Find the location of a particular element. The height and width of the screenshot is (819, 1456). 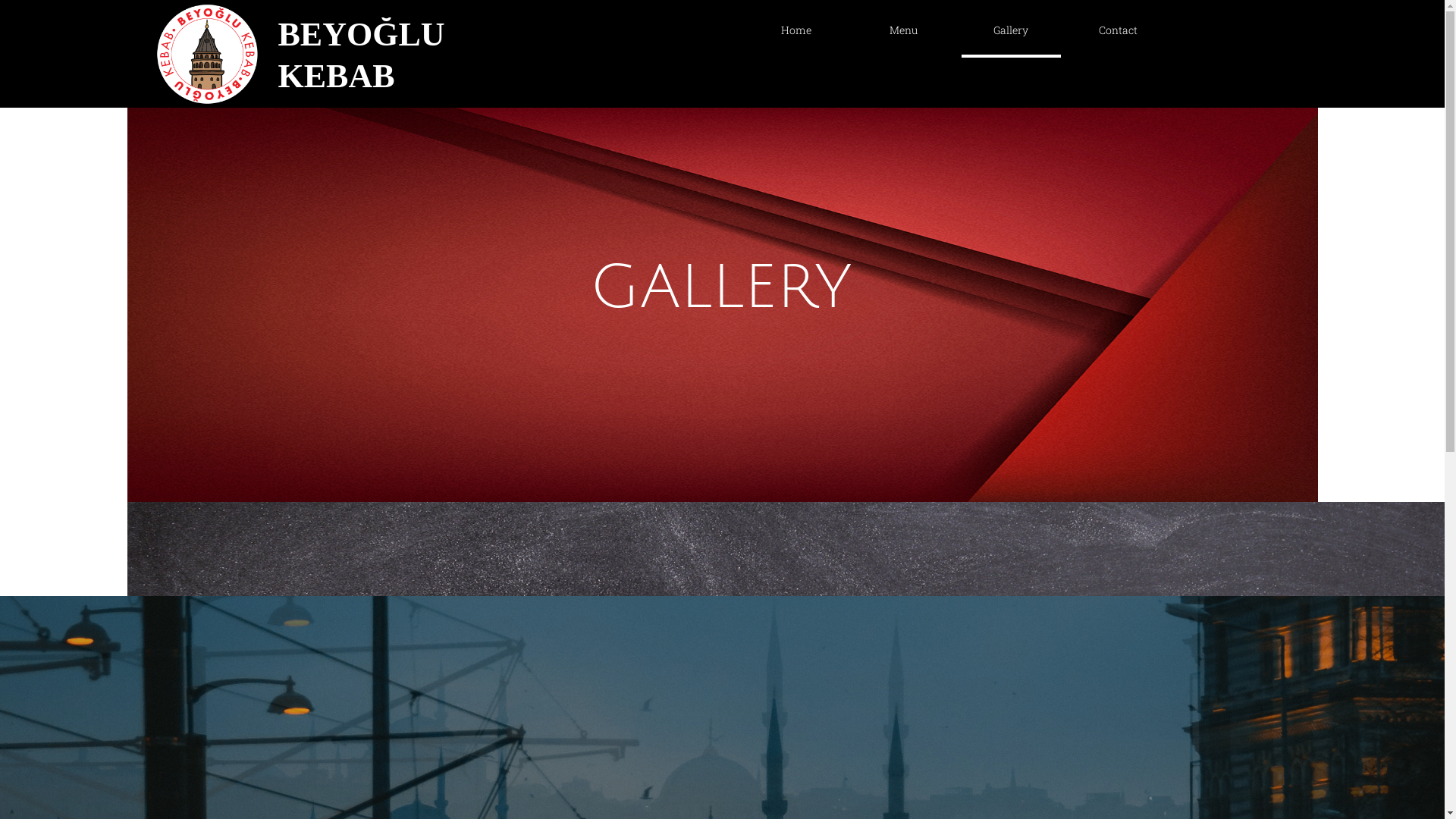

'Menu' is located at coordinates (831, 30).